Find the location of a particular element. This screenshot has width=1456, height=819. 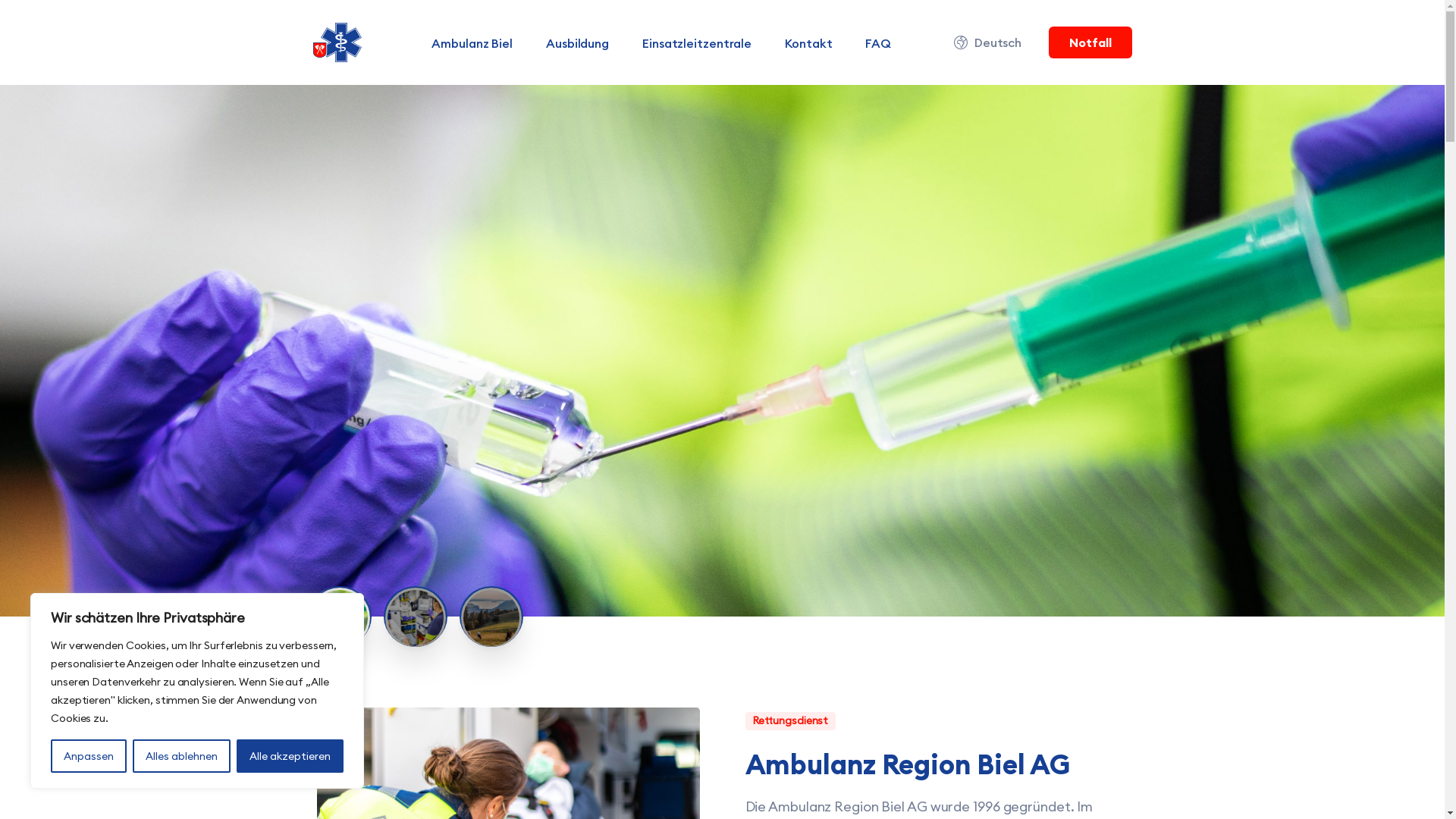

'Einsatzleitzentrale' is located at coordinates (695, 42).